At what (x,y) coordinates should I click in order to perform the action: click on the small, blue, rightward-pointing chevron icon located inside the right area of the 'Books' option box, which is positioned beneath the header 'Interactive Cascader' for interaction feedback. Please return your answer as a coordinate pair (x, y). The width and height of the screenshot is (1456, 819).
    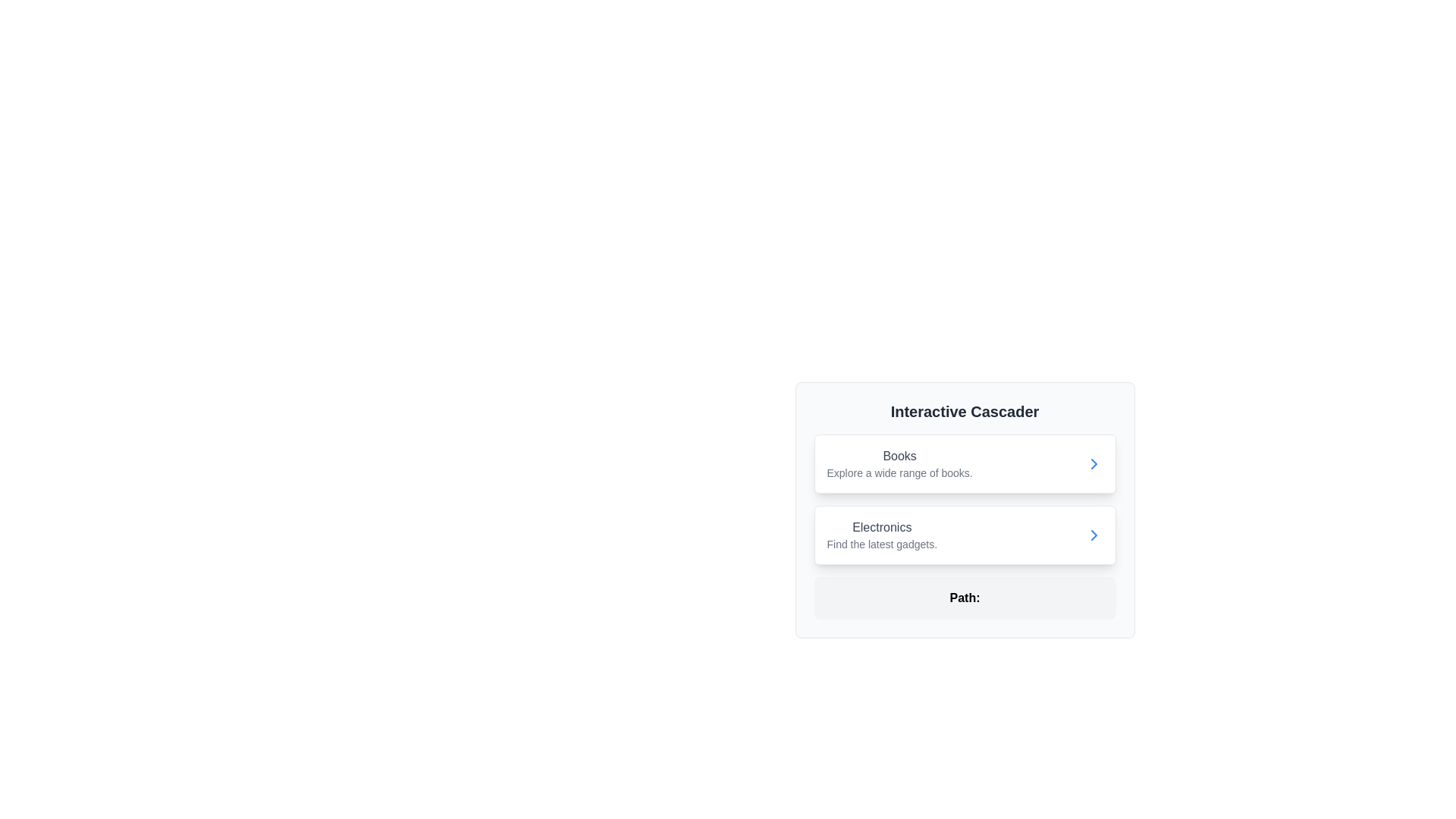
    Looking at the image, I should click on (1094, 463).